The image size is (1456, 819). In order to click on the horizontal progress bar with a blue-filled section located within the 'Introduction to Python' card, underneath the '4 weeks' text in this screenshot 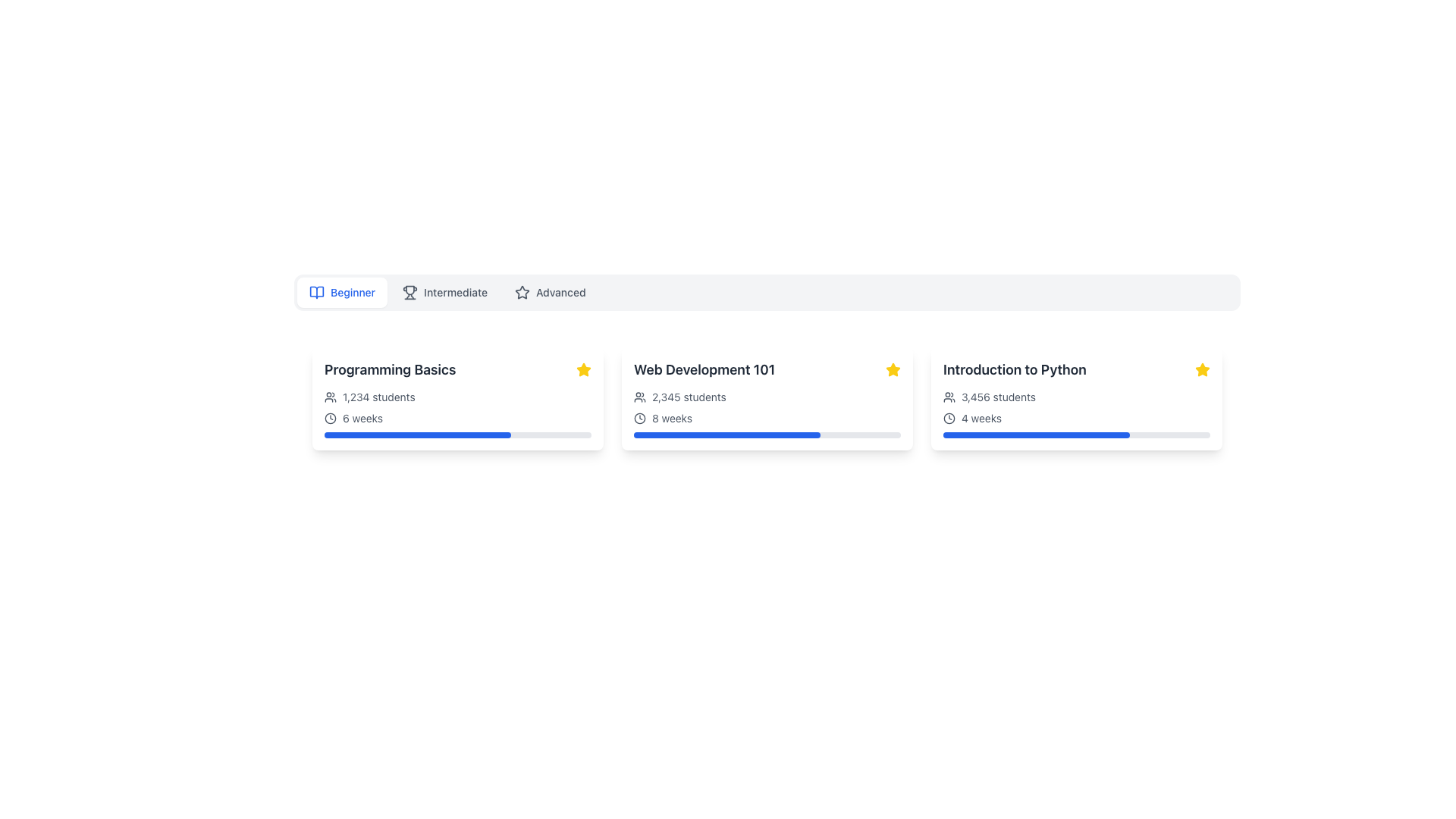, I will do `click(1076, 435)`.